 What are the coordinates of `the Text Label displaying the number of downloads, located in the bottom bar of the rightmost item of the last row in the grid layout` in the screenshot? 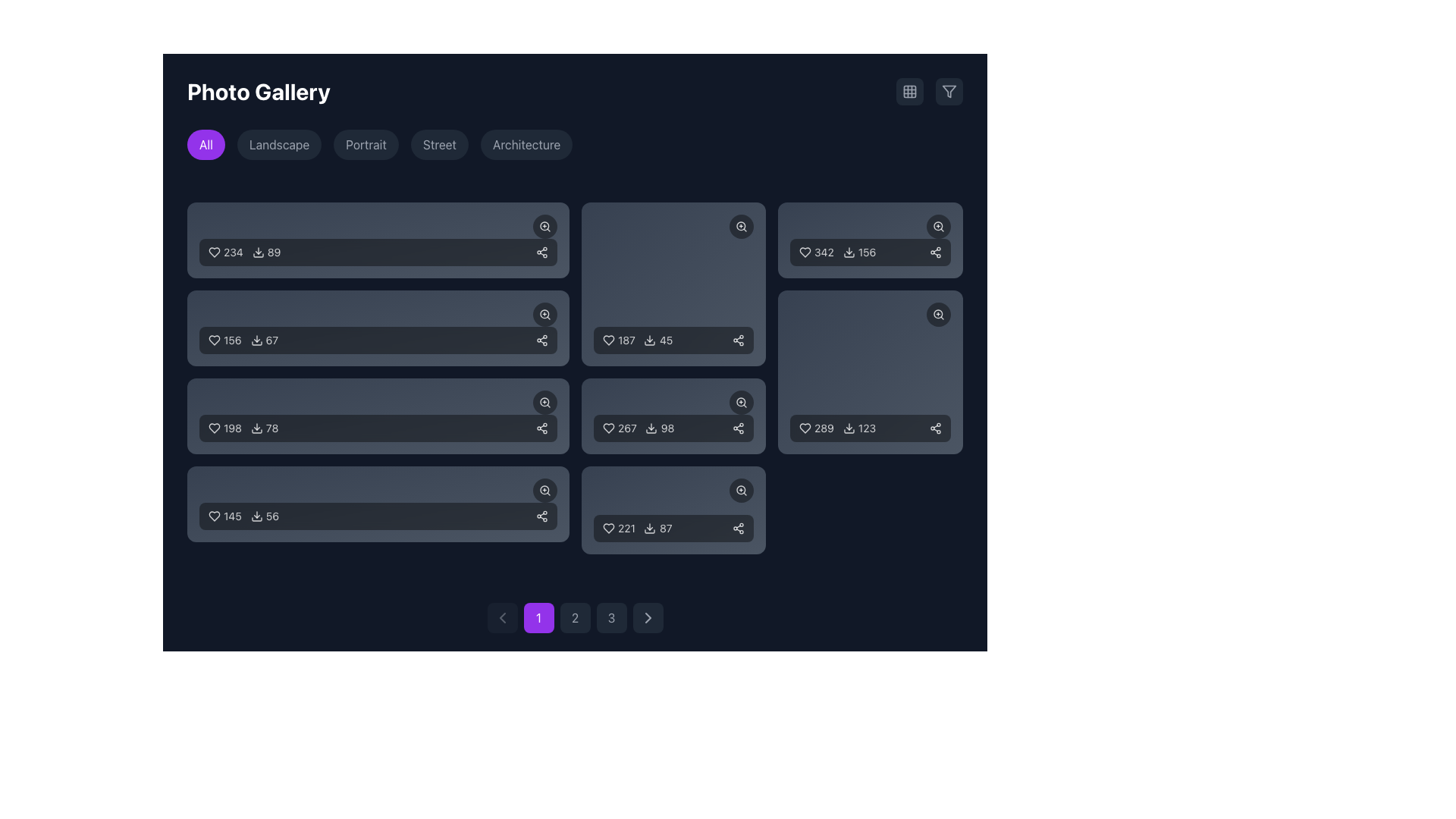 It's located at (272, 516).